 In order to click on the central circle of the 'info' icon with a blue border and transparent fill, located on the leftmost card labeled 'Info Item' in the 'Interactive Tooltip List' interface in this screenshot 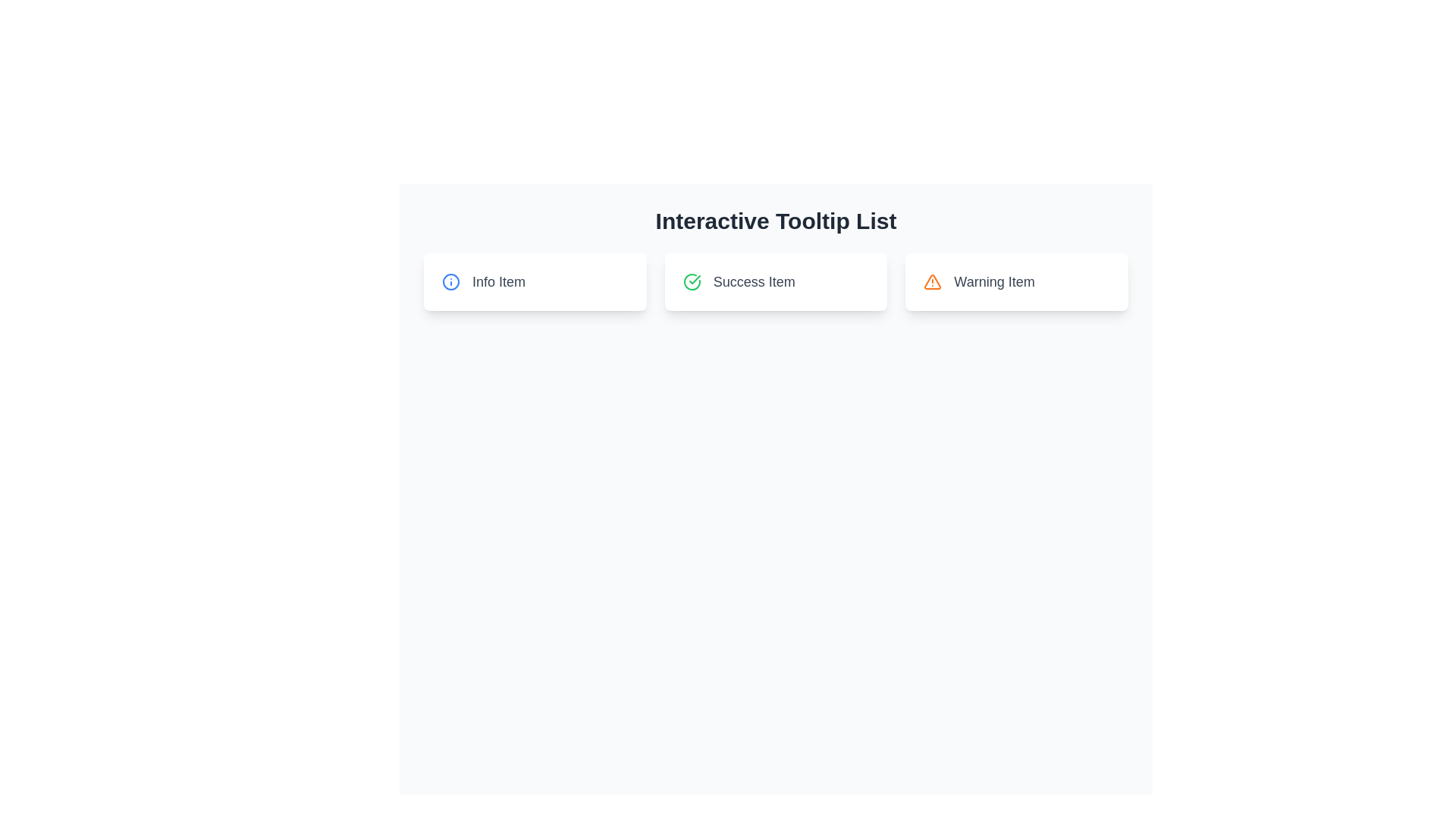, I will do `click(450, 281)`.